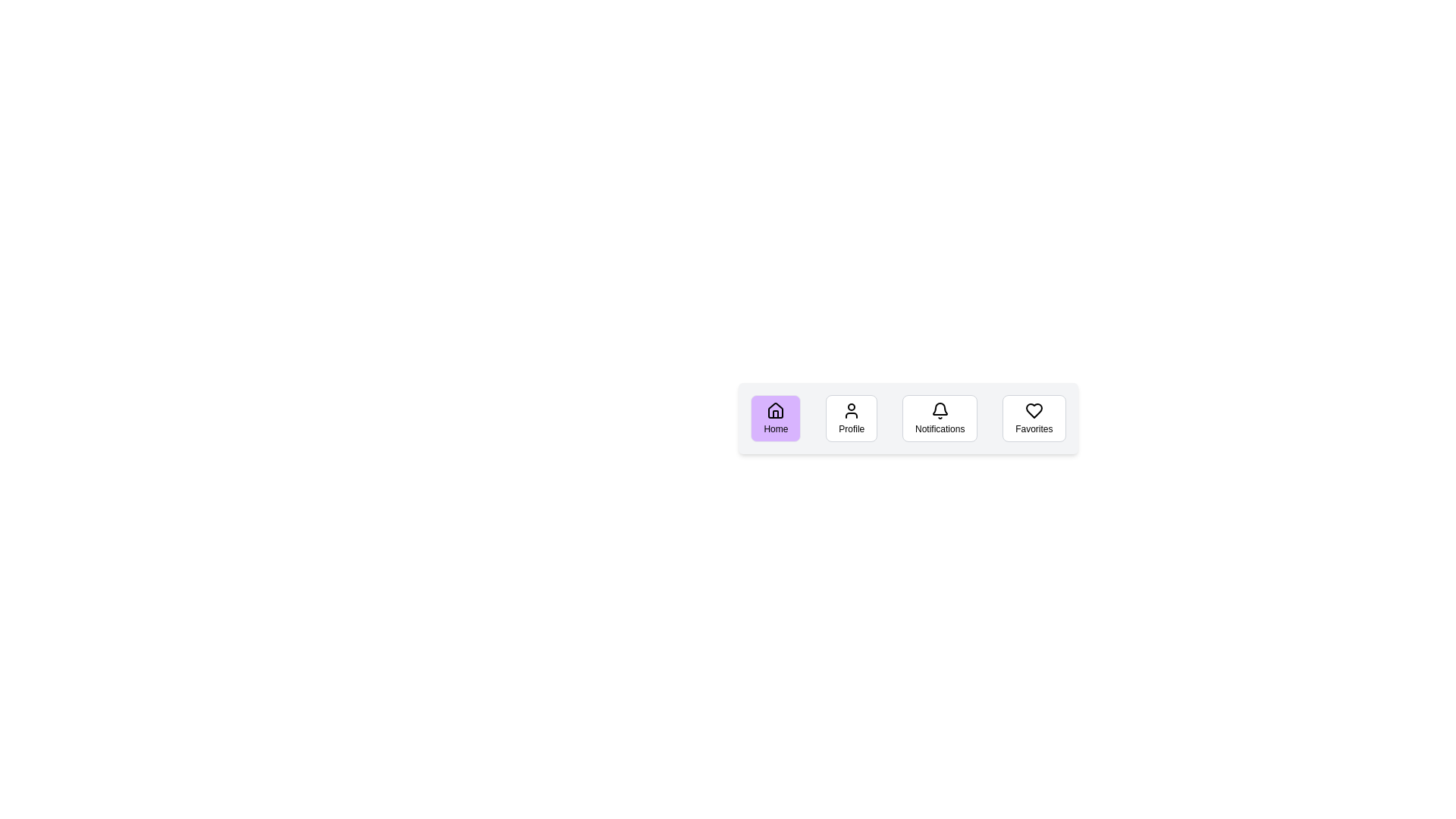 The height and width of the screenshot is (819, 1456). Describe the element at coordinates (776, 418) in the screenshot. I see `the Home button to observe its hover effect` at that location.